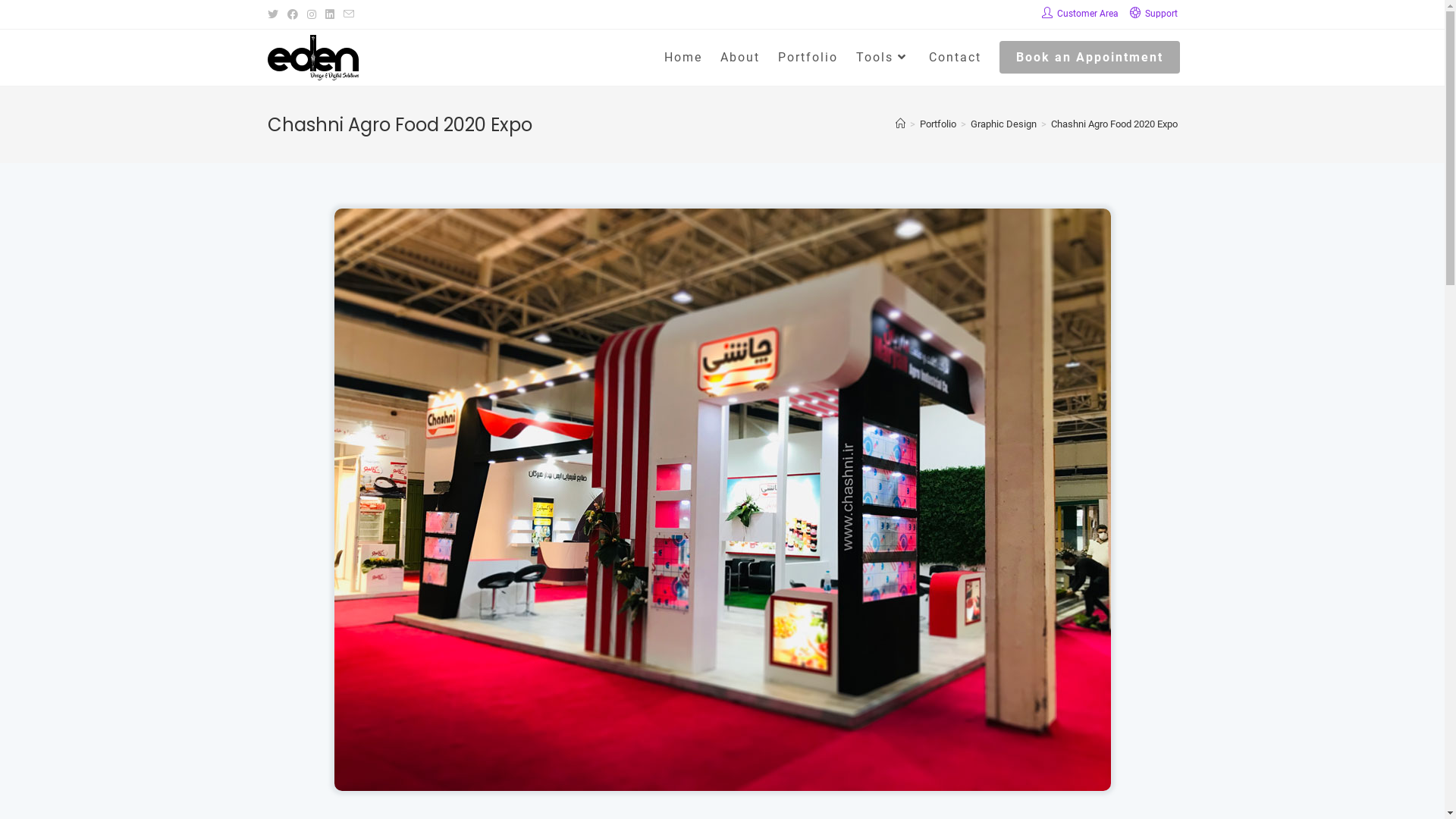 The image size is (1456, 819). What do you see at coordinates (953, 57) in the screenshot?
I see `'Contact'` at bounding box center [953, 57].